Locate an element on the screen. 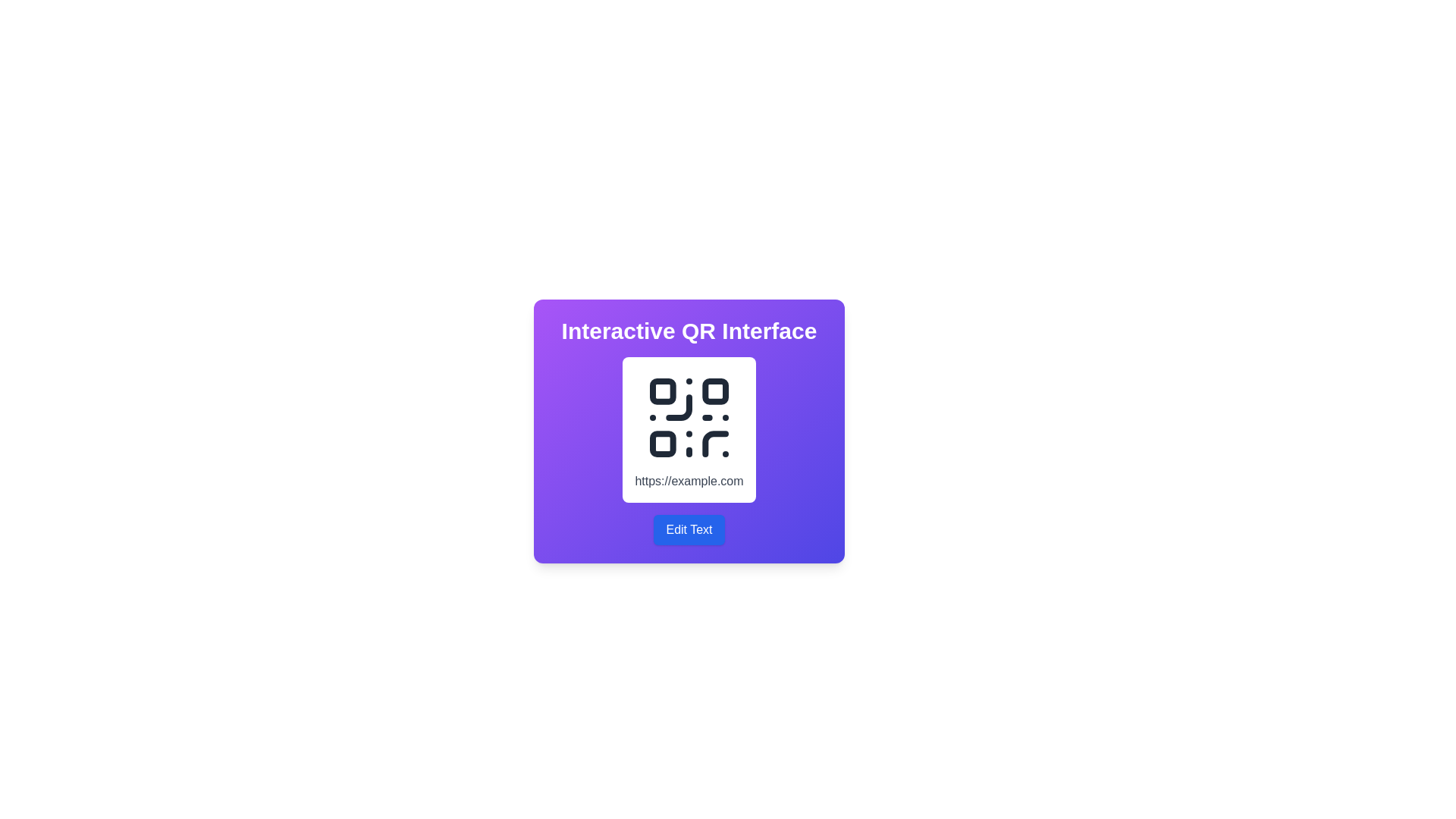 The height and width of the screenshot is (819, 1456). the centered header text labeled 'Interactive QR Interface' which has a bold appearance and a purple-to-indigo gradient background is located at coordinates (688, 330).